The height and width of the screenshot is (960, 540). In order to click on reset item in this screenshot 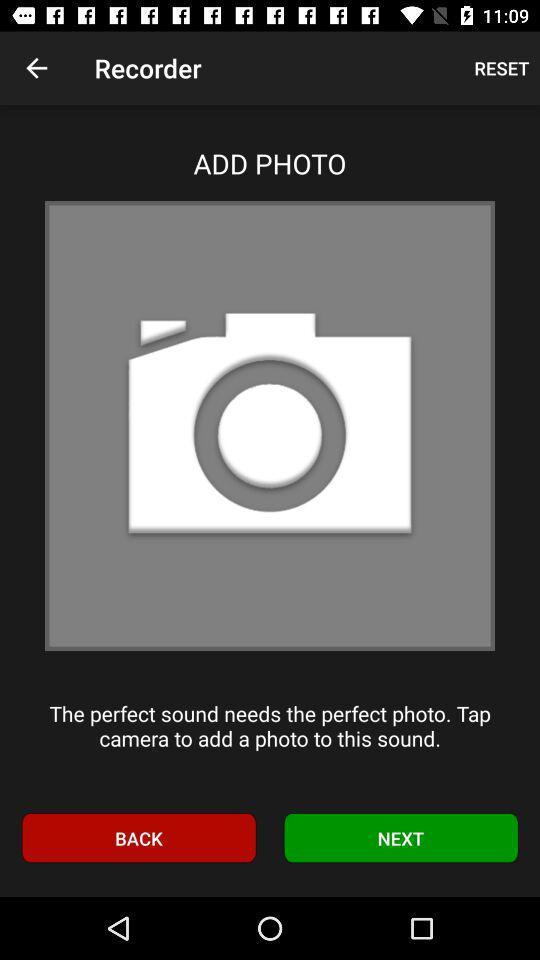, I will do `click(500, 68)`.